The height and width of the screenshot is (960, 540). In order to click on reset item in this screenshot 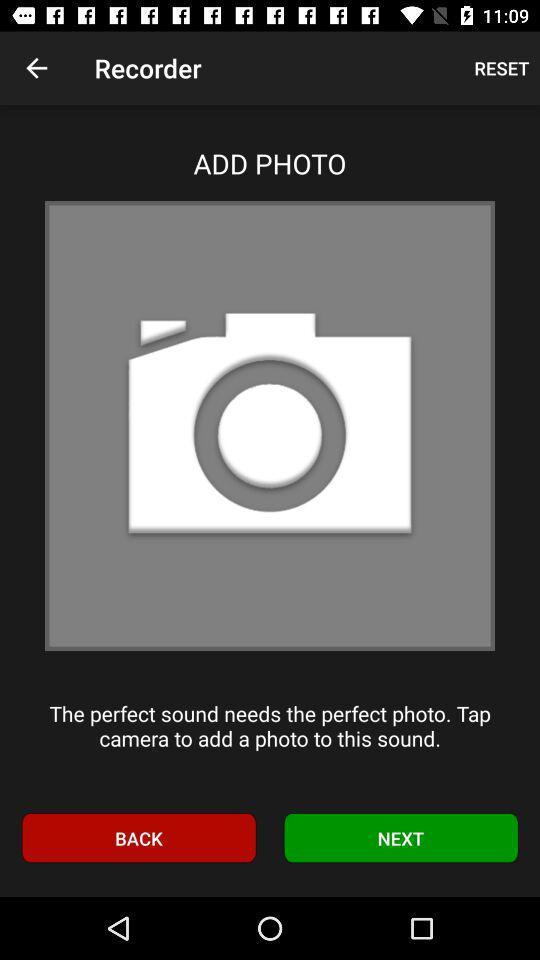, I will do `click(500, 68)`.